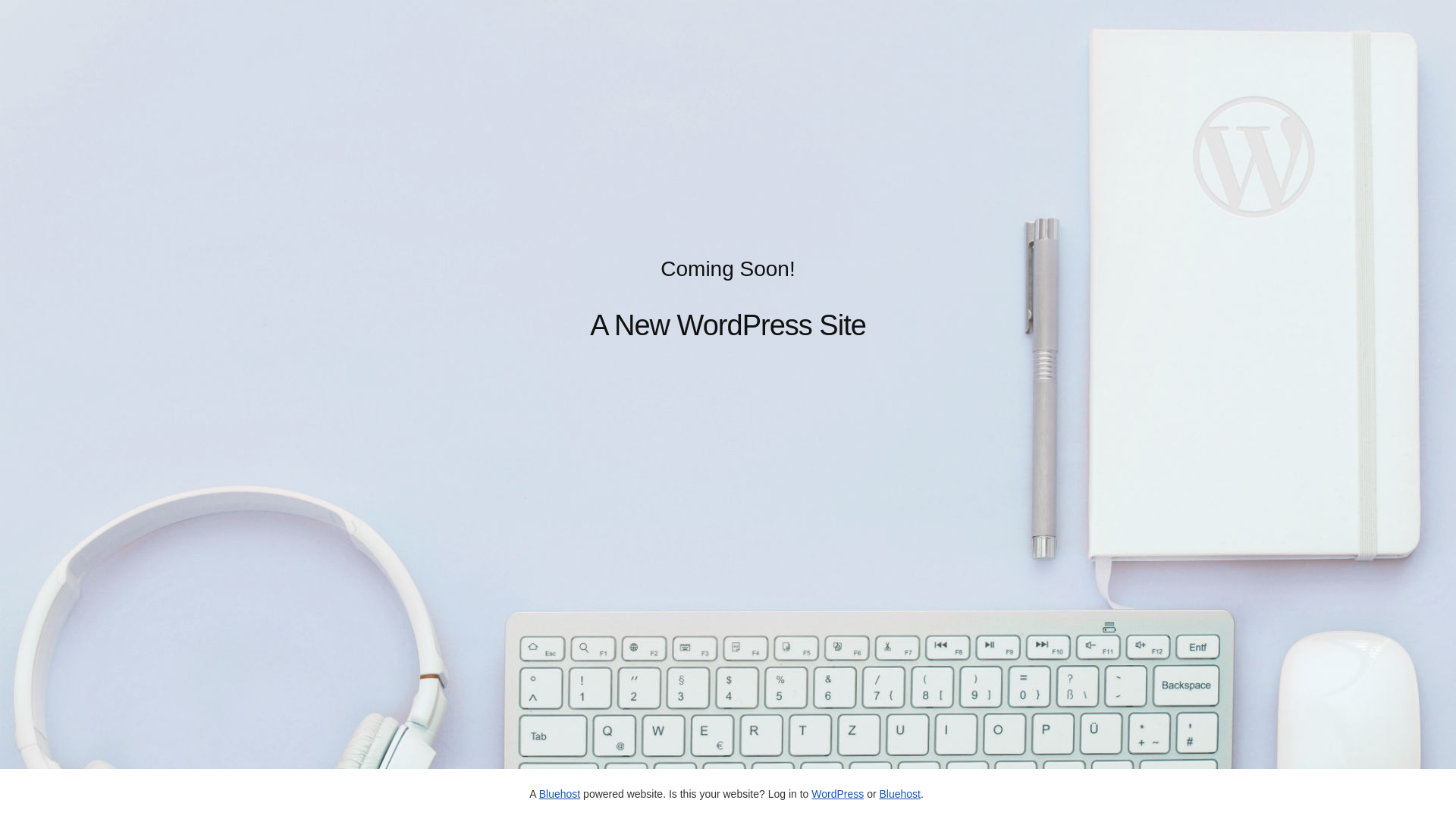 The height and width of the screenshot is (819, 1456). What do you see at coordinates (559, 792) in the screenshot?
I see `'Bluehost'` at bounding box center [559, 792].